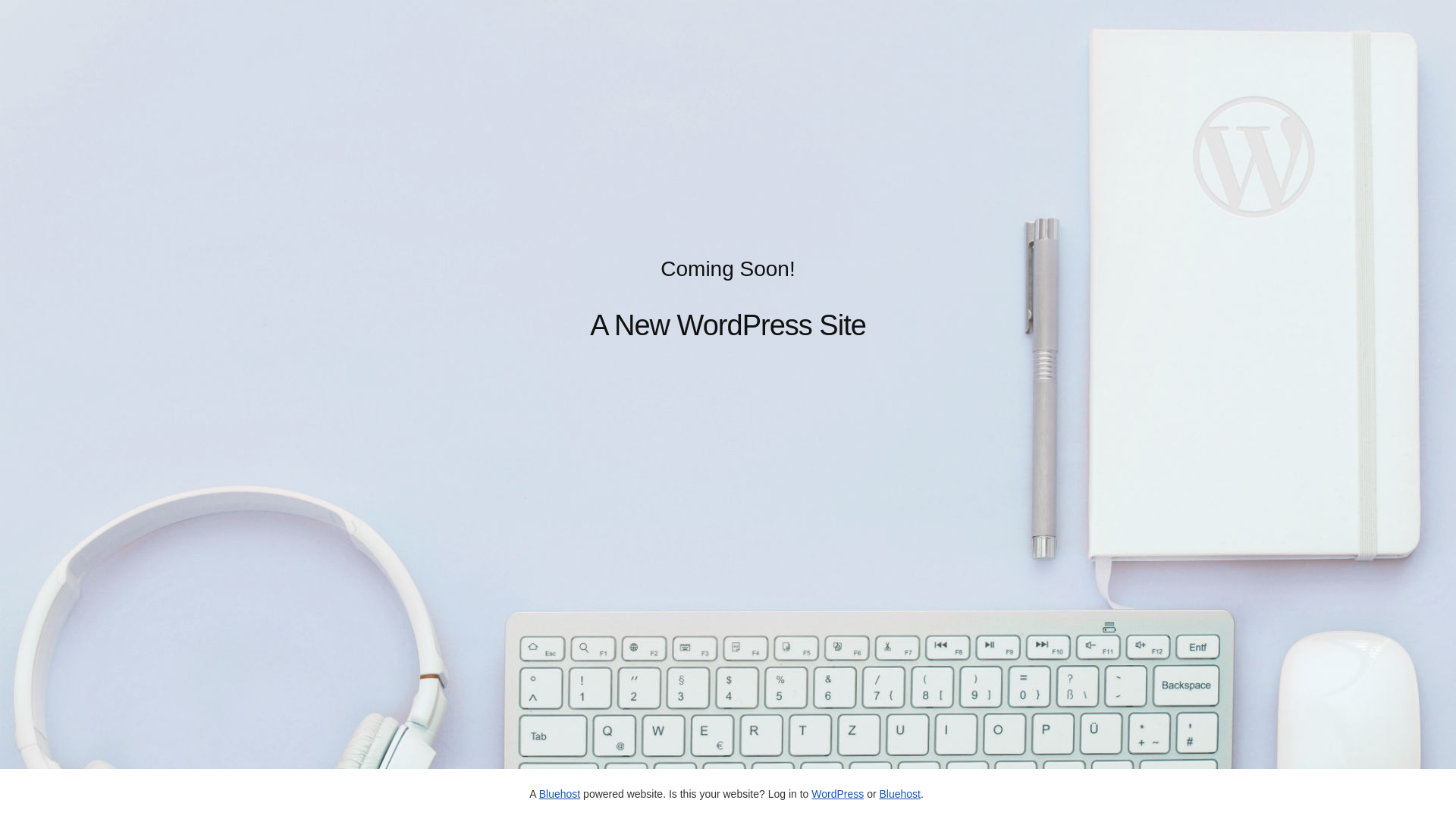 The height and width of the screenshot is (819, 1456). What do you see at coordinates (559, 792) in the screenshot?
I see `'Bluehost'` at bounding box center [559, 792].